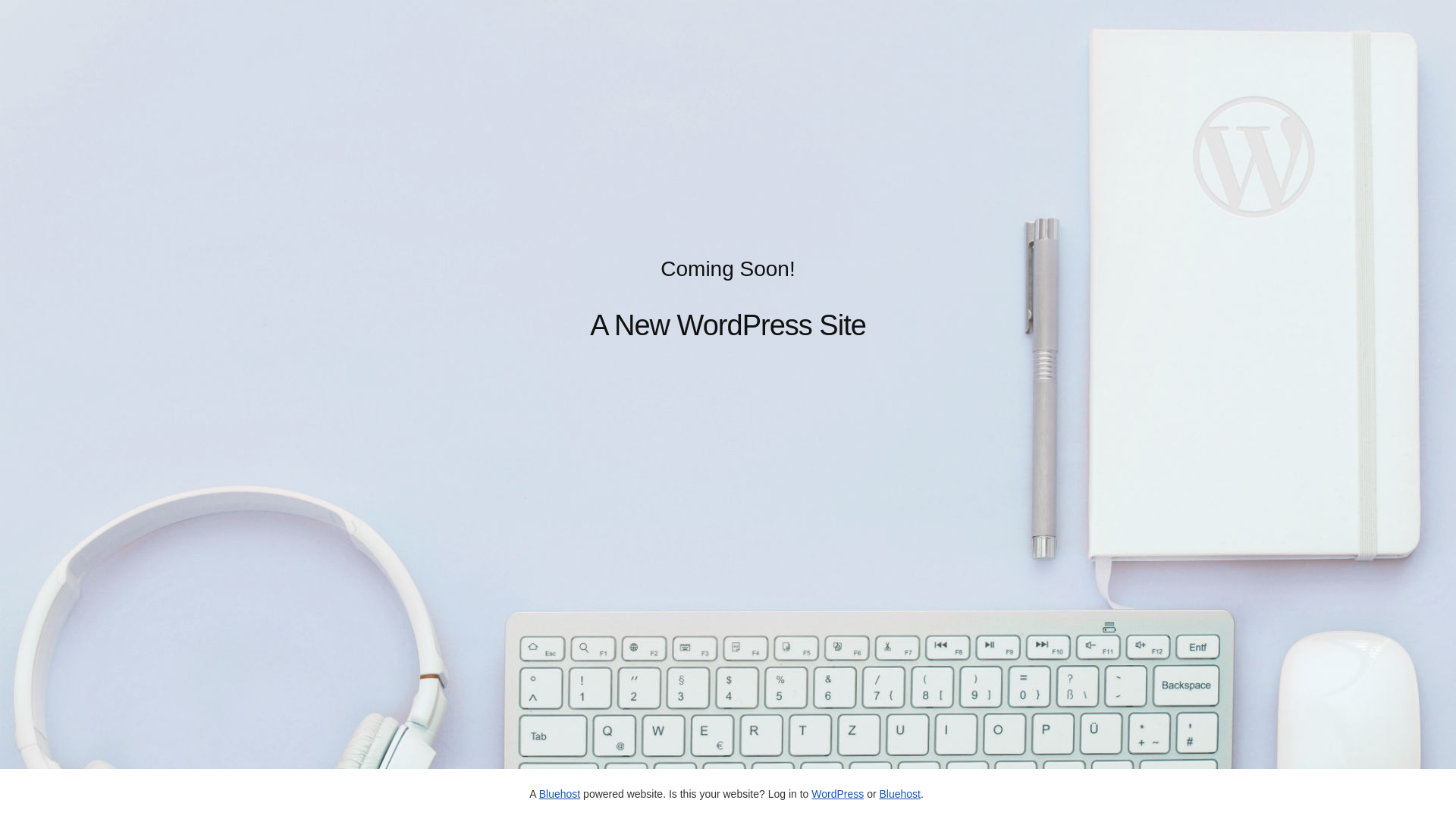 The height and width of the screenshot is (819, 1456). What do you see at coordinates (559, 792) in the screenshot?
I see `'Bluehost'` at bounding box center [559, 792].